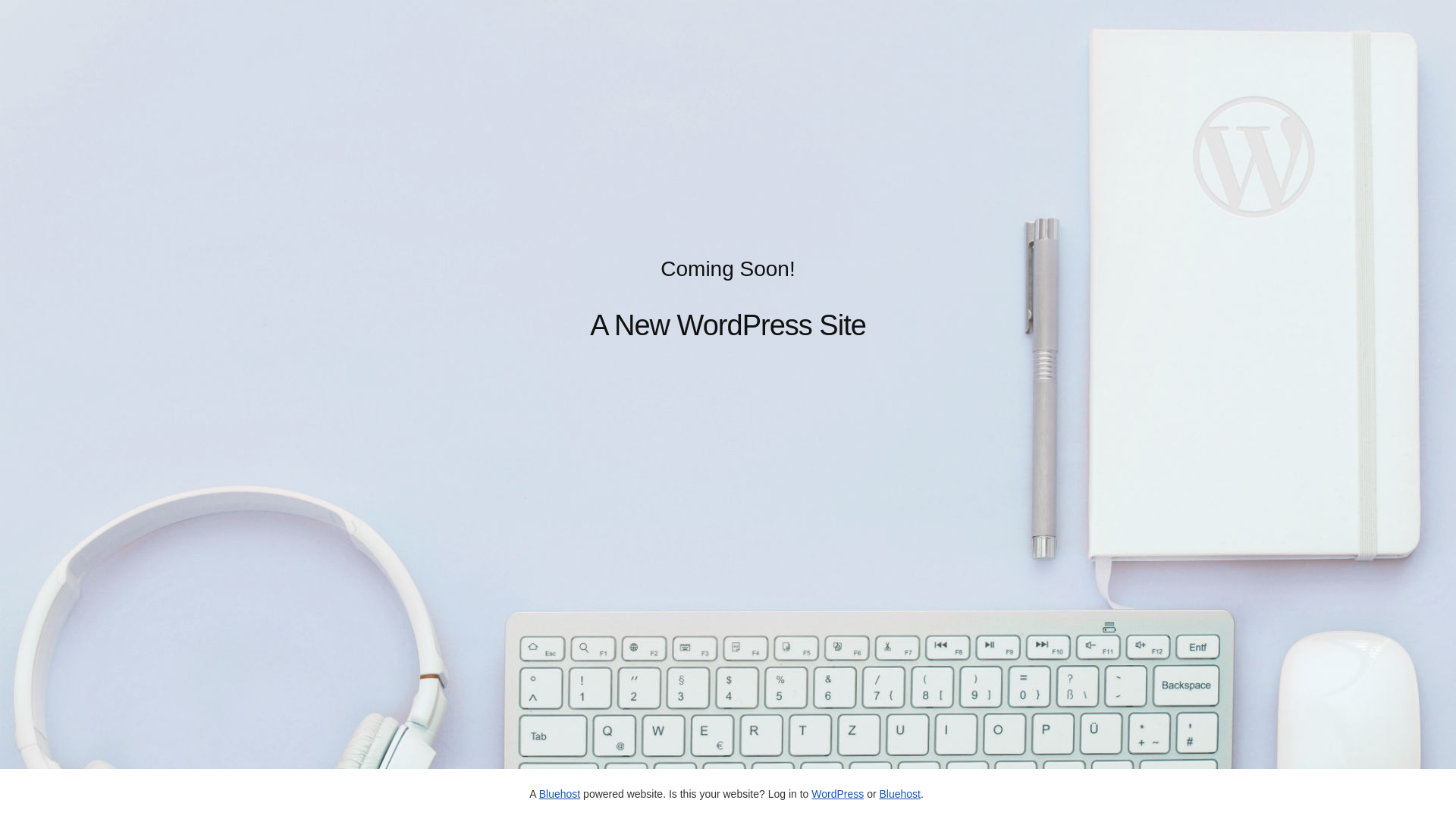 The height and width of the screenshot is (819, 1456). What do you see at coordinates (559, 792) in the screenshot?
I see `'Bluehost'` at bounding box center [559, 792].